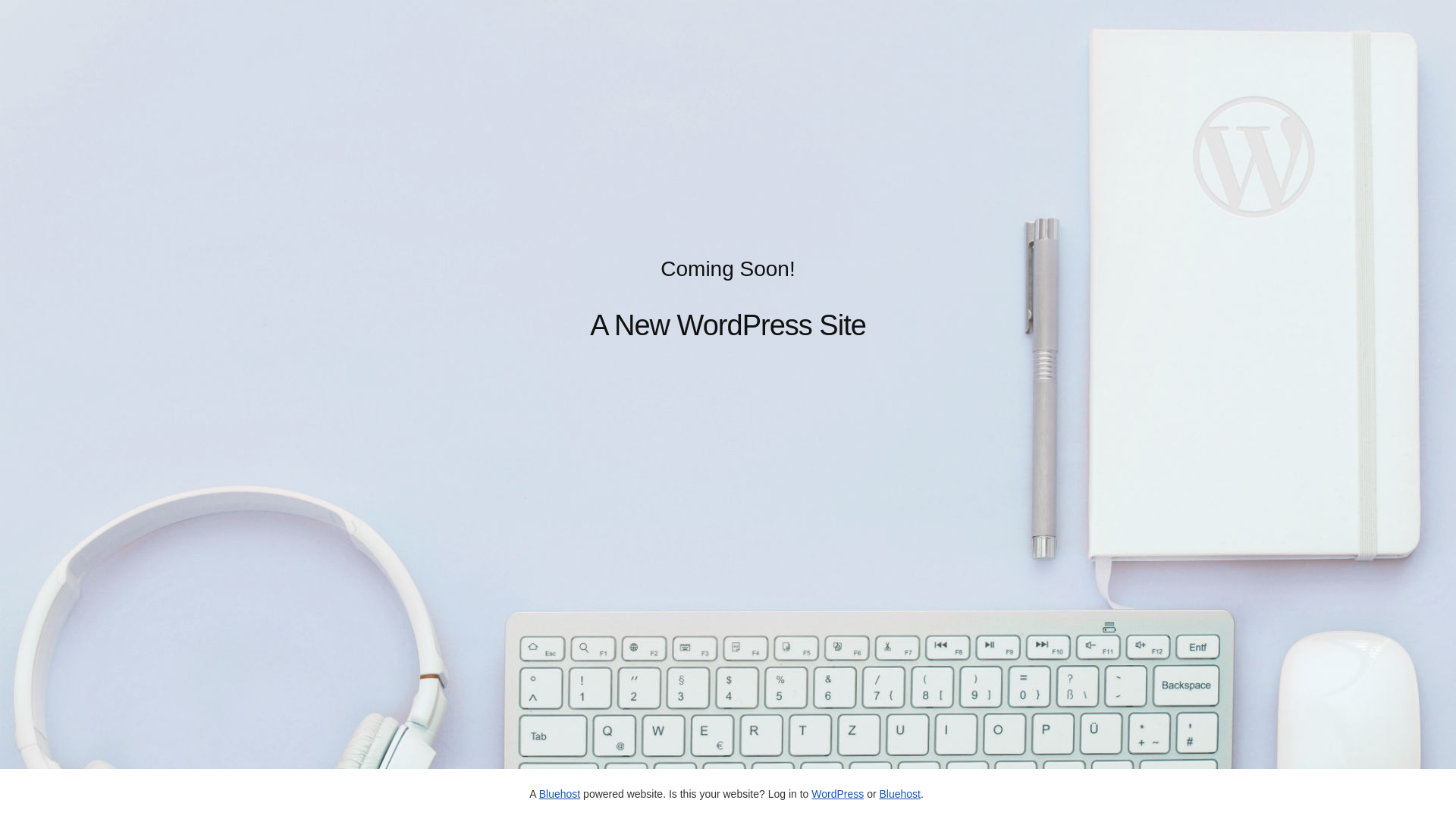 The height and width of the screenshot is (819, 1456). What do you see at coordinates (559, 792) in the screenshot?
I see `'Bluehost'` at bounding box center [559, 792].